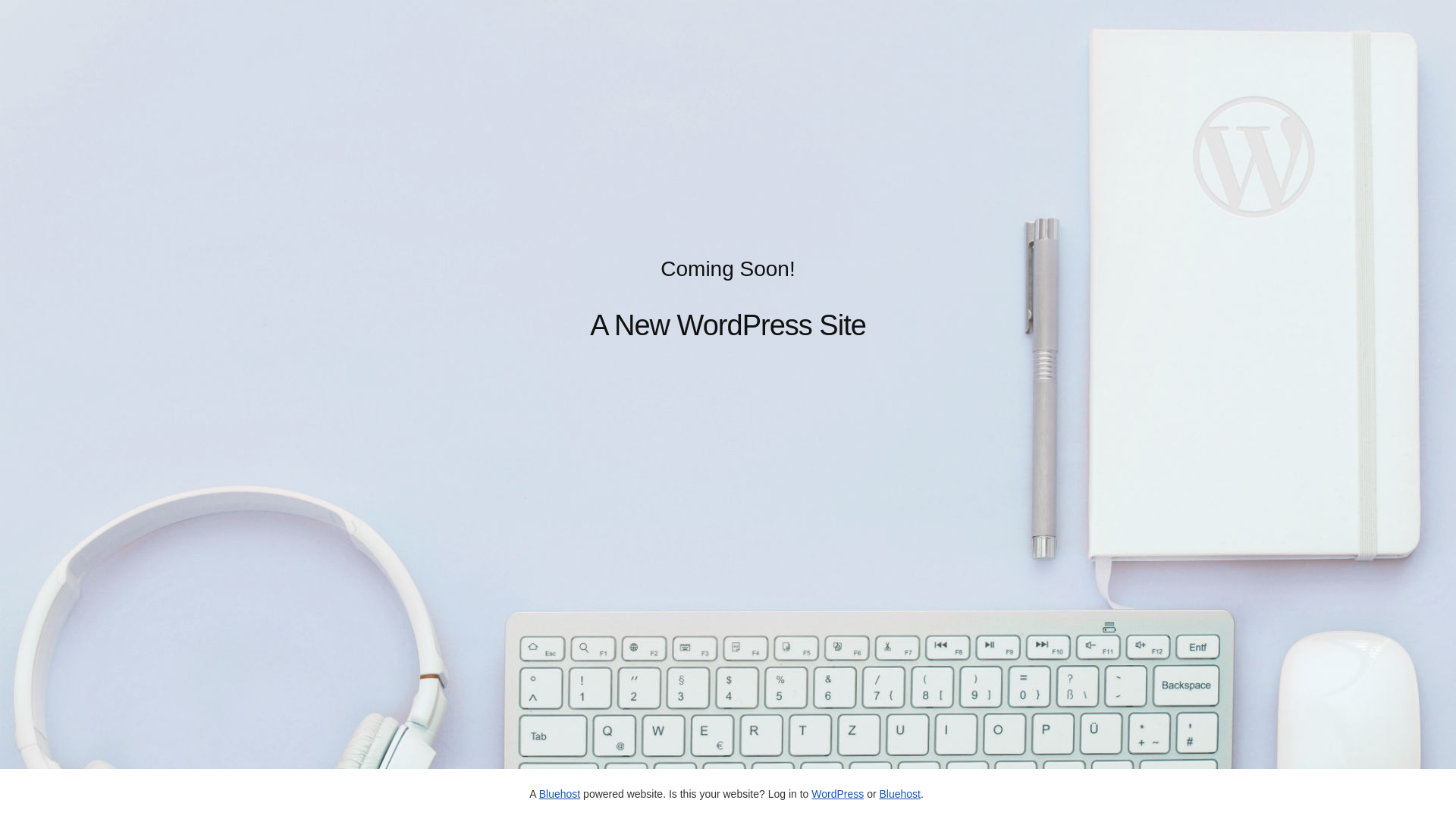 The height and width of the screenshot is (819, 1456). What do you see at coordinates (559, 792) in the screenshot?
I see `'Bluehost'` at bounding box center [559, 792].